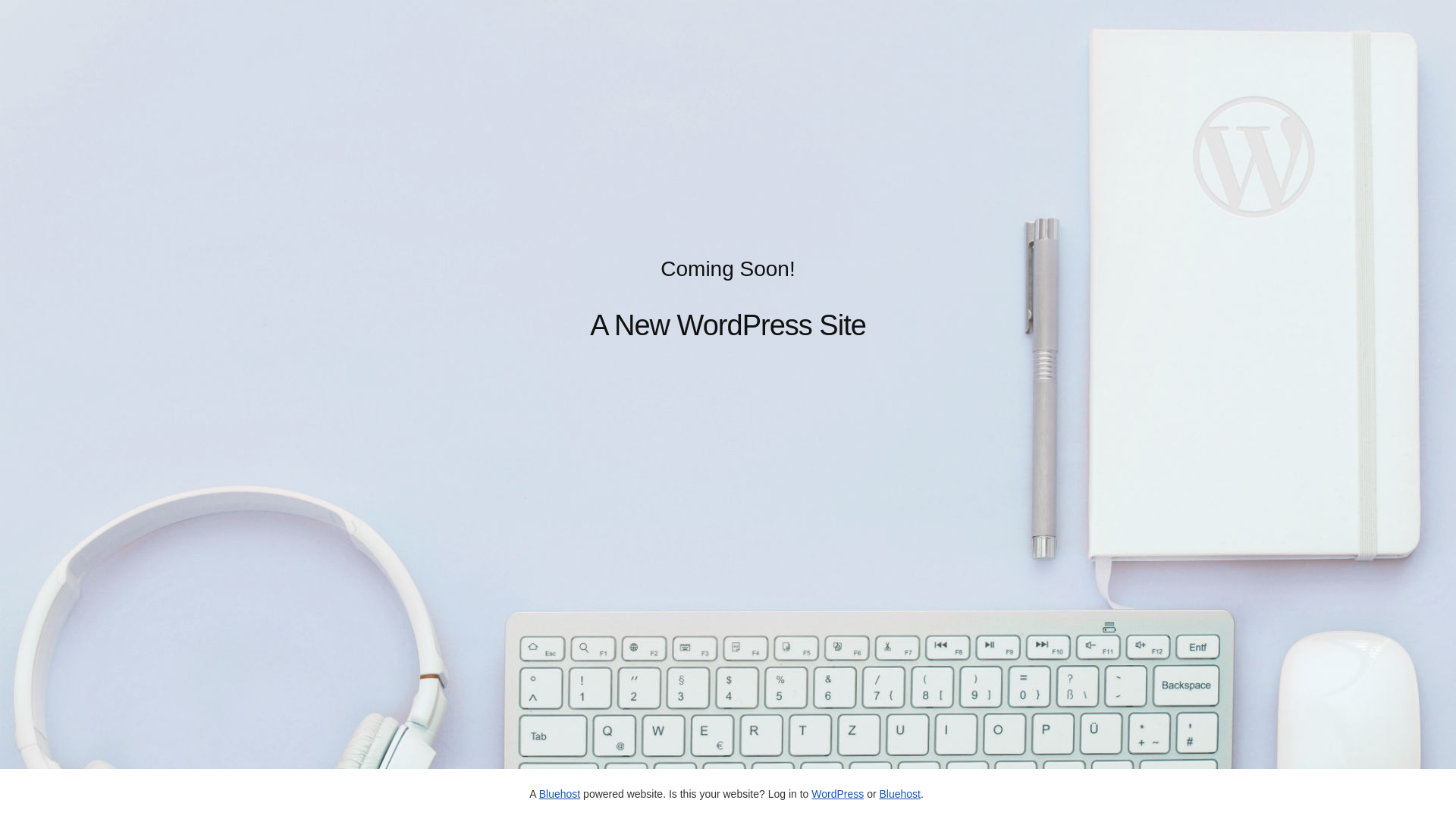 The height and width of the screenshot is (819, 1456). What do you see at coordinates (559, 792) in the screenshot?
I see `'Bluehost'` at bounding box center [559, 792].